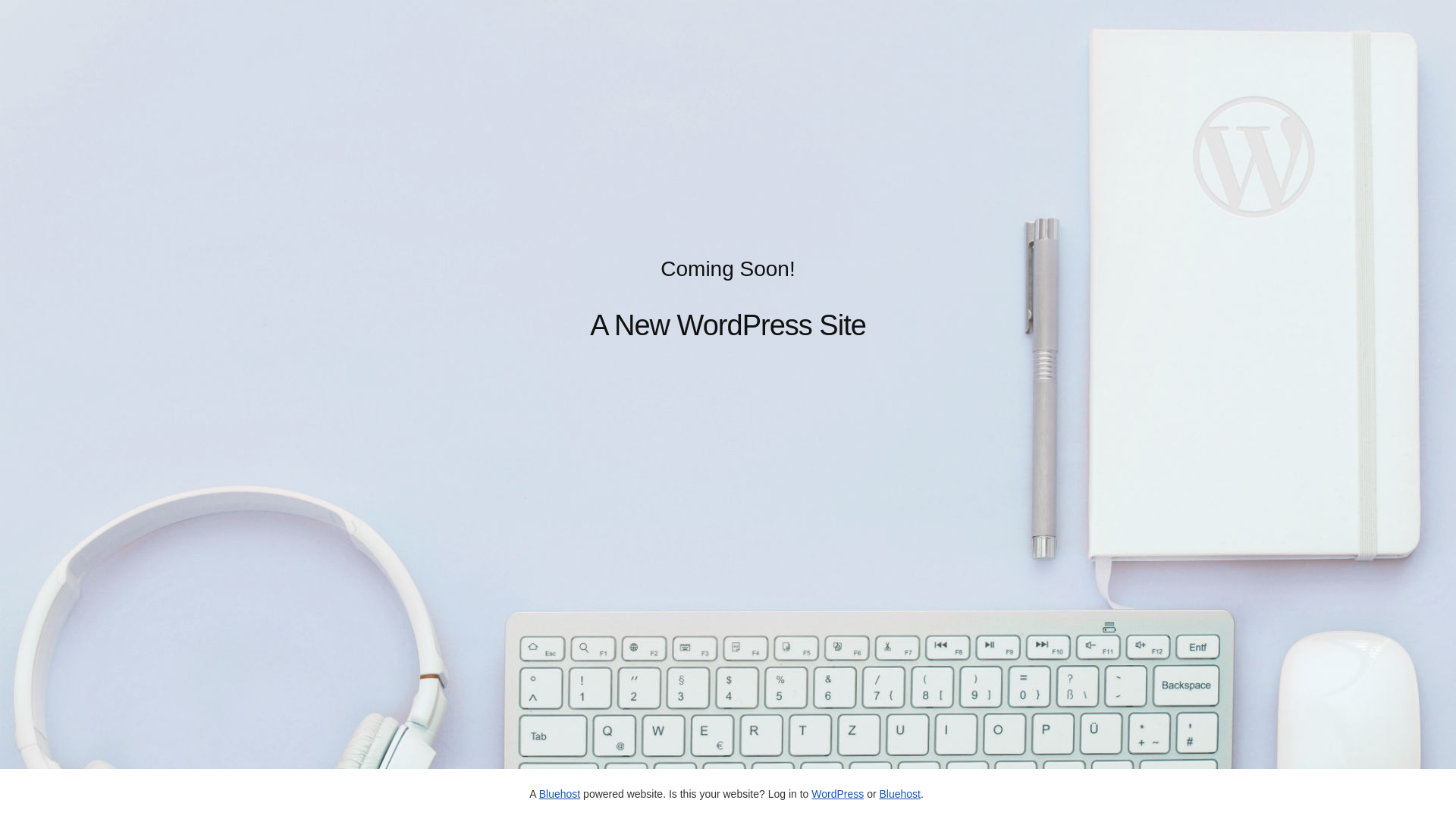 The height and width of the screenshot is (819, 1456). What do you see at coordinates (559, 792) in the screenshot?
I see `'Bluehost'` at bounding box center [559, 792].